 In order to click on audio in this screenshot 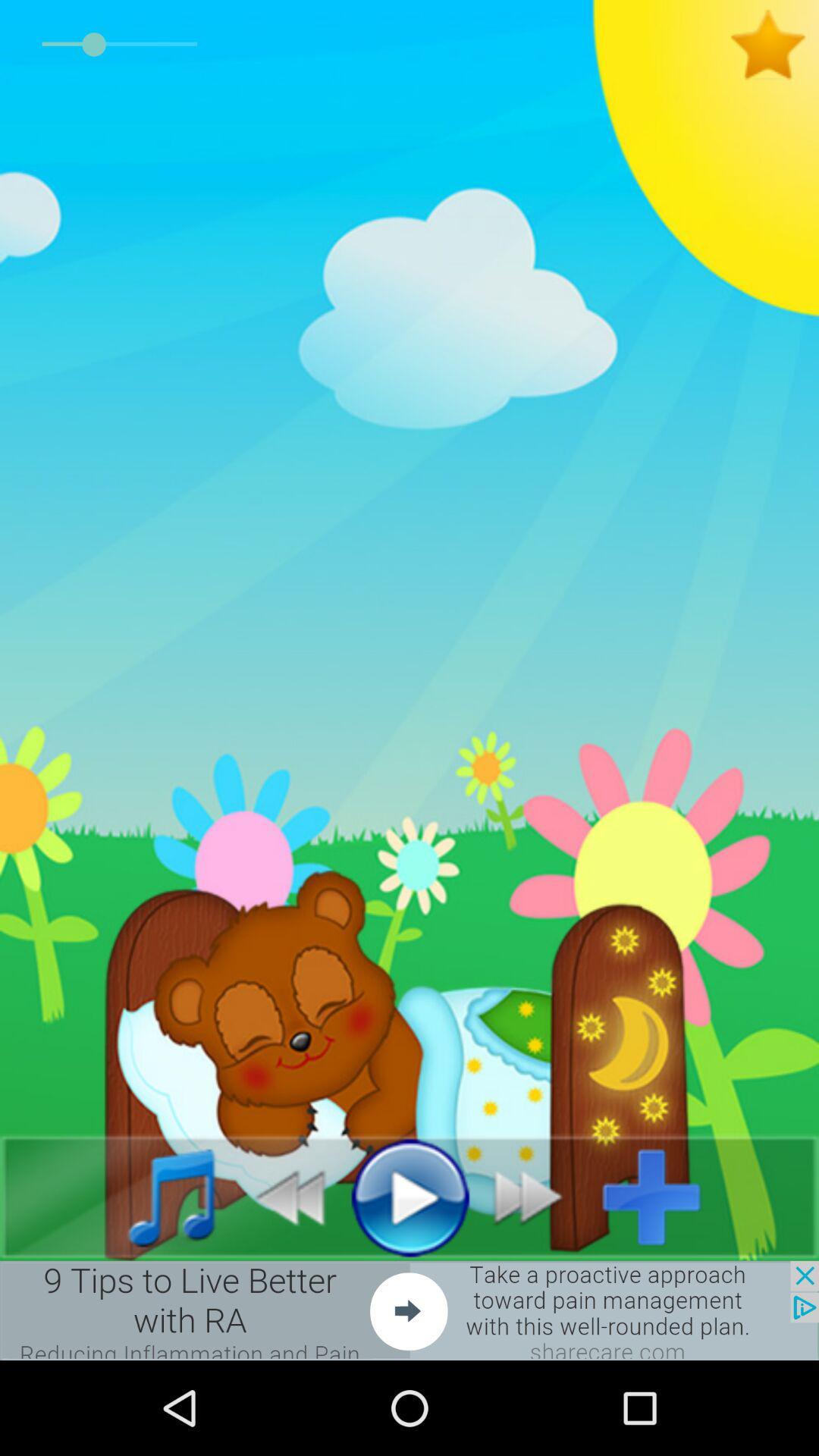, I will do `click(409, 1196)`.